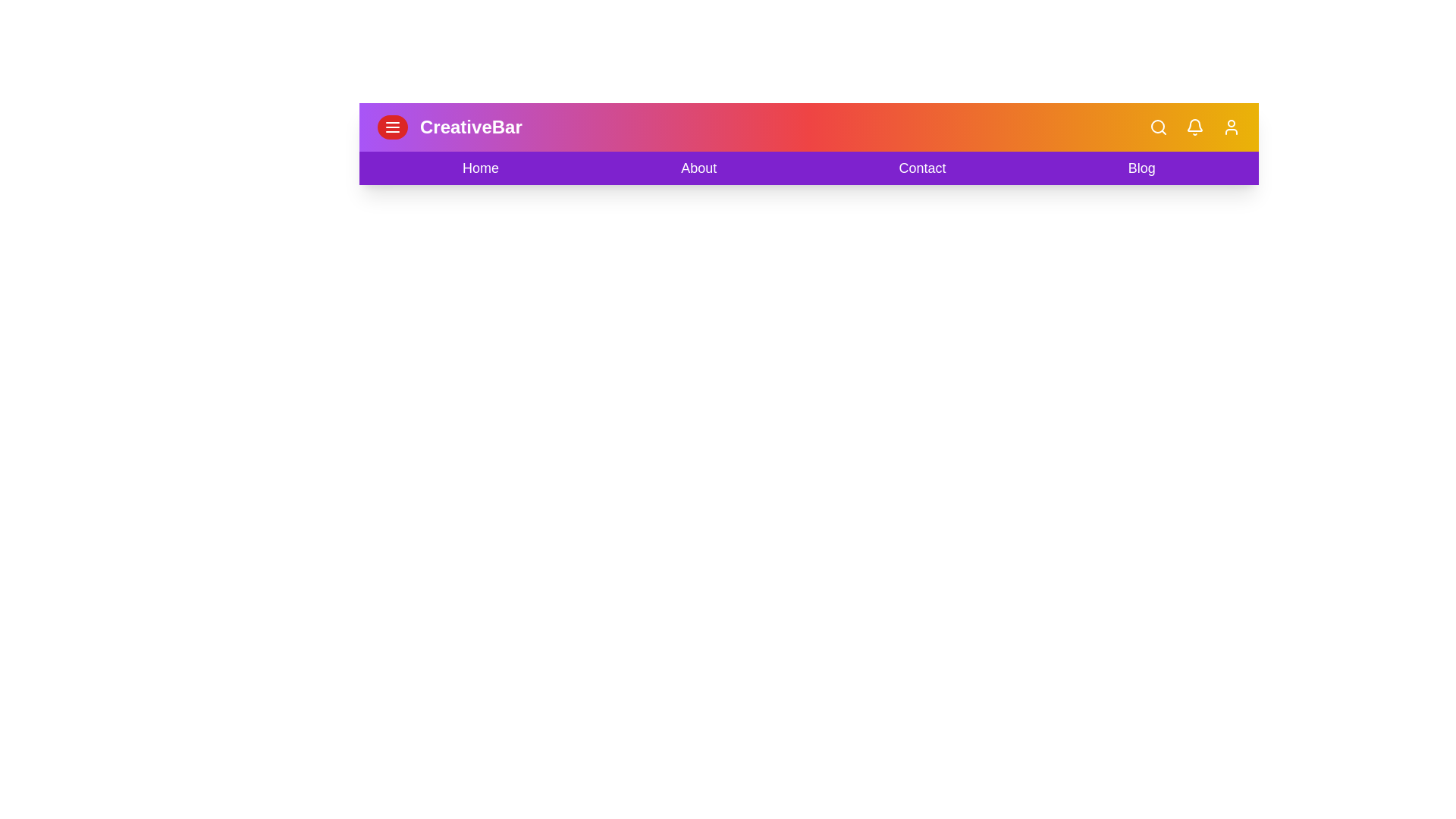  Describe the element at coordinates (479, 168) in the screenshot. I see `the navigation menu item Home` at that location.